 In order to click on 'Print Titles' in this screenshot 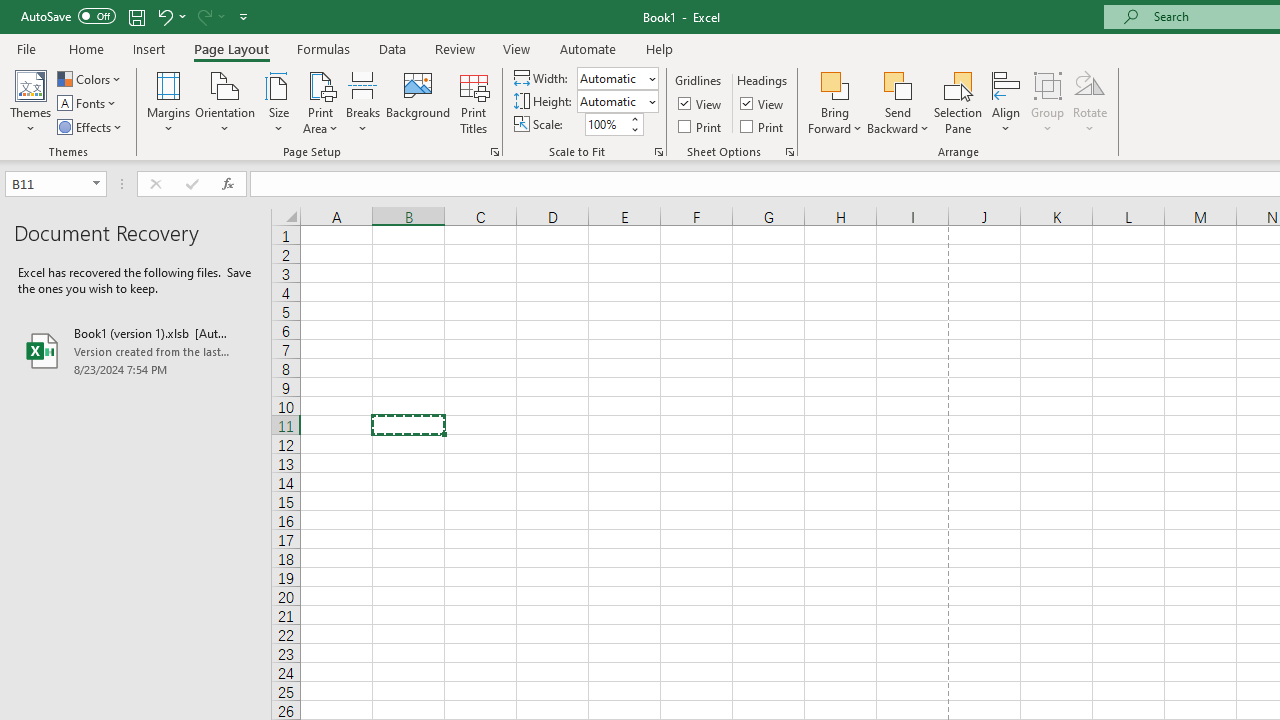, I will do `click(473, 103)`.